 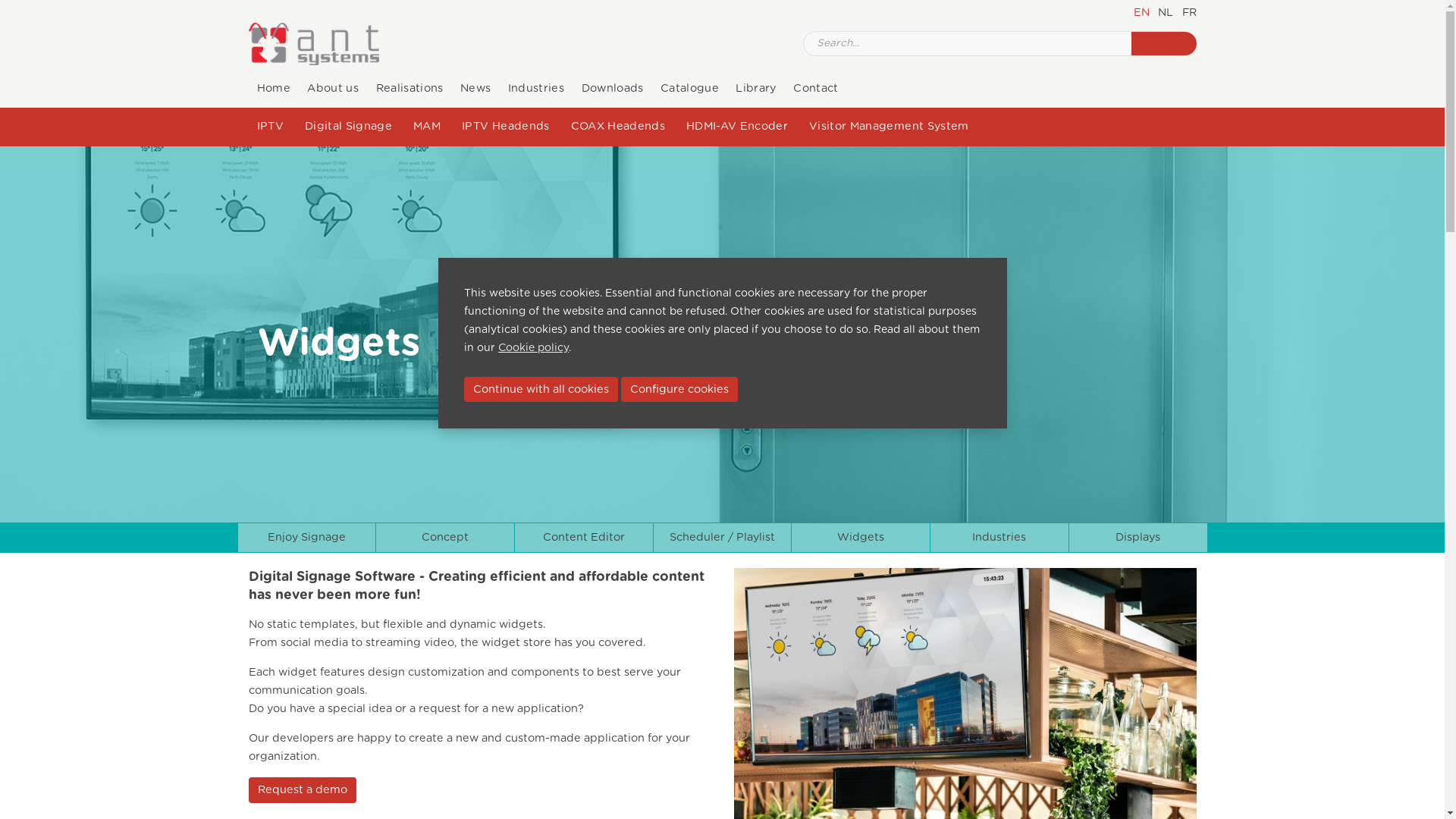 What do you see at coordinates (999, 537) in the screenshot?
I see `'Industries'` at bounding box center [999, 537].